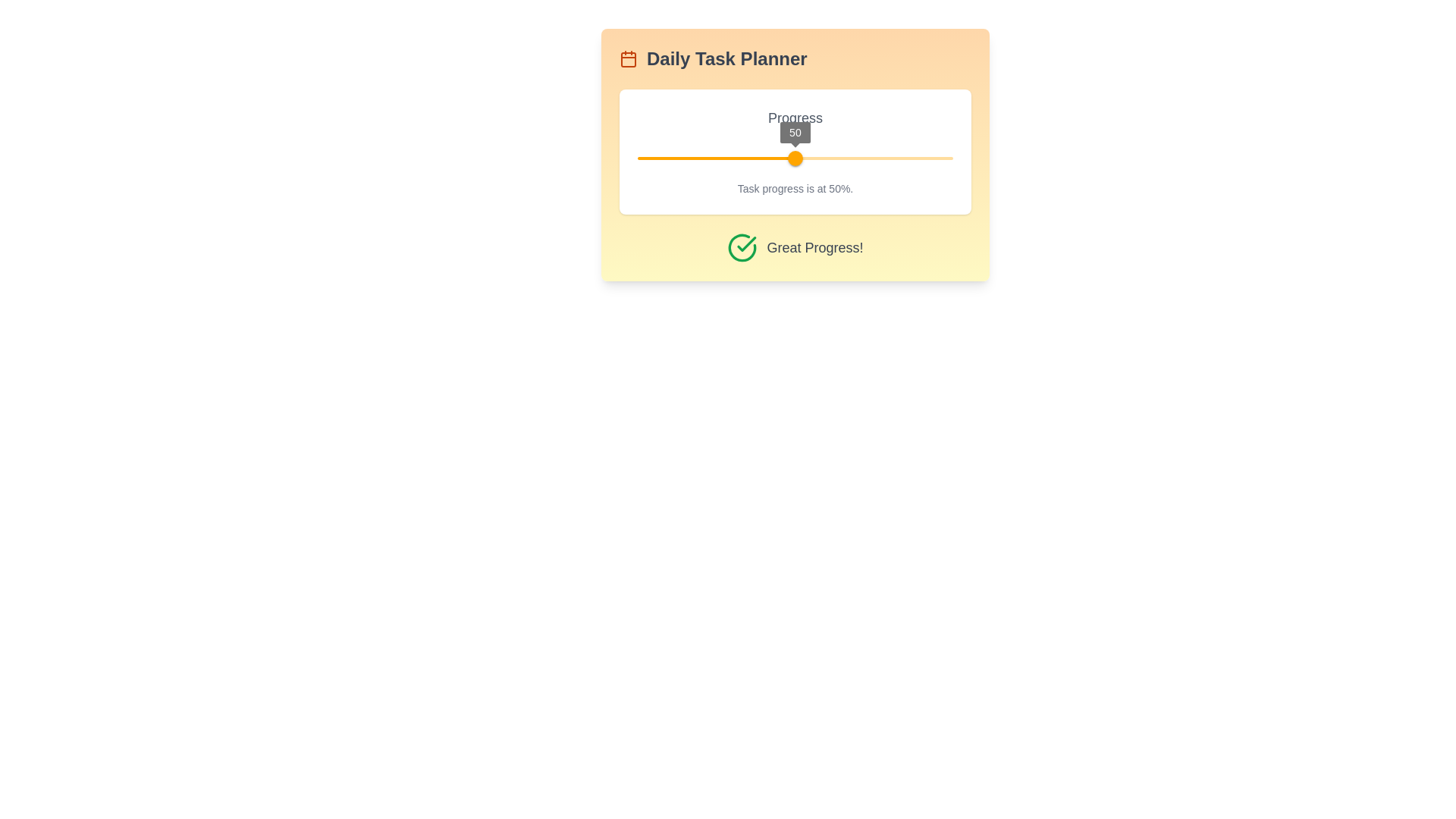 Image resolution: width=1456 pixels, height=819 pixels. What do you see at coordinates (795, 58) in the screenshot?
I see `the Header with an Icon that signifies the daily task planner for navigation` at bounding box center [795, 58].